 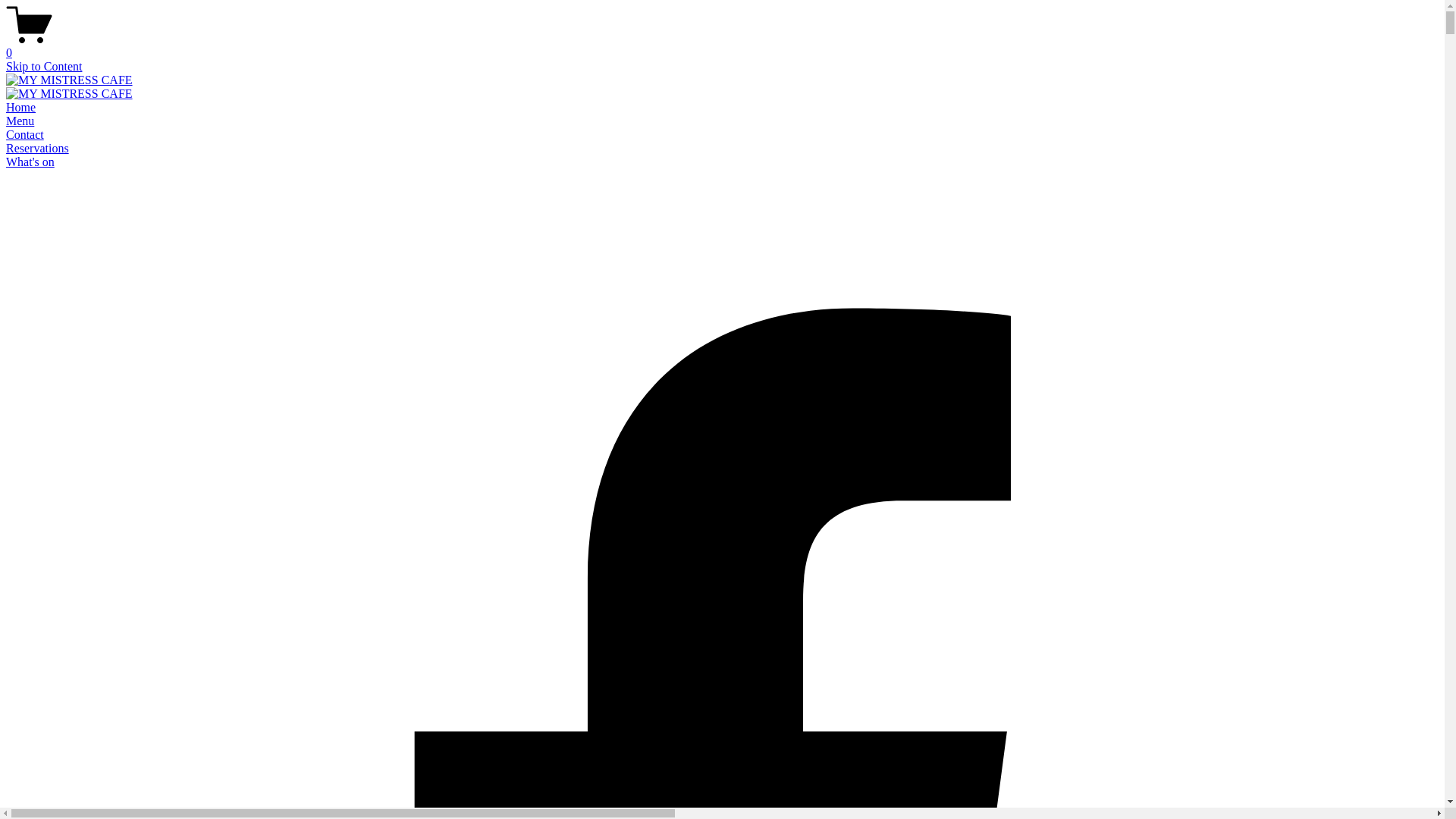 What do you see at coordinates (43, 65) in the screenshot?
I see `'Skip to Content'` at bounding box center [43, 65].